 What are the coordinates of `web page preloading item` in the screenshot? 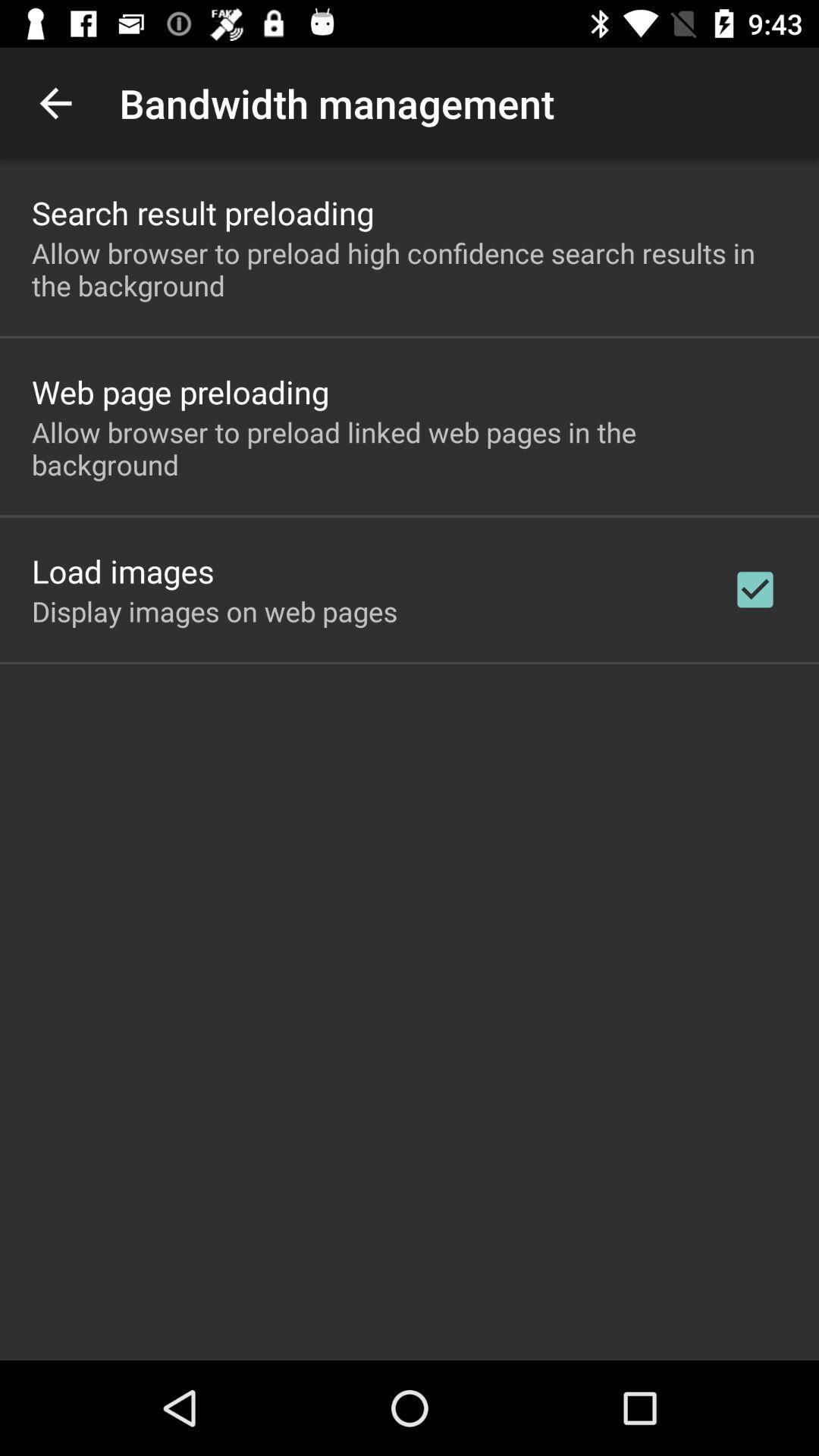 It's located at (180, 391).